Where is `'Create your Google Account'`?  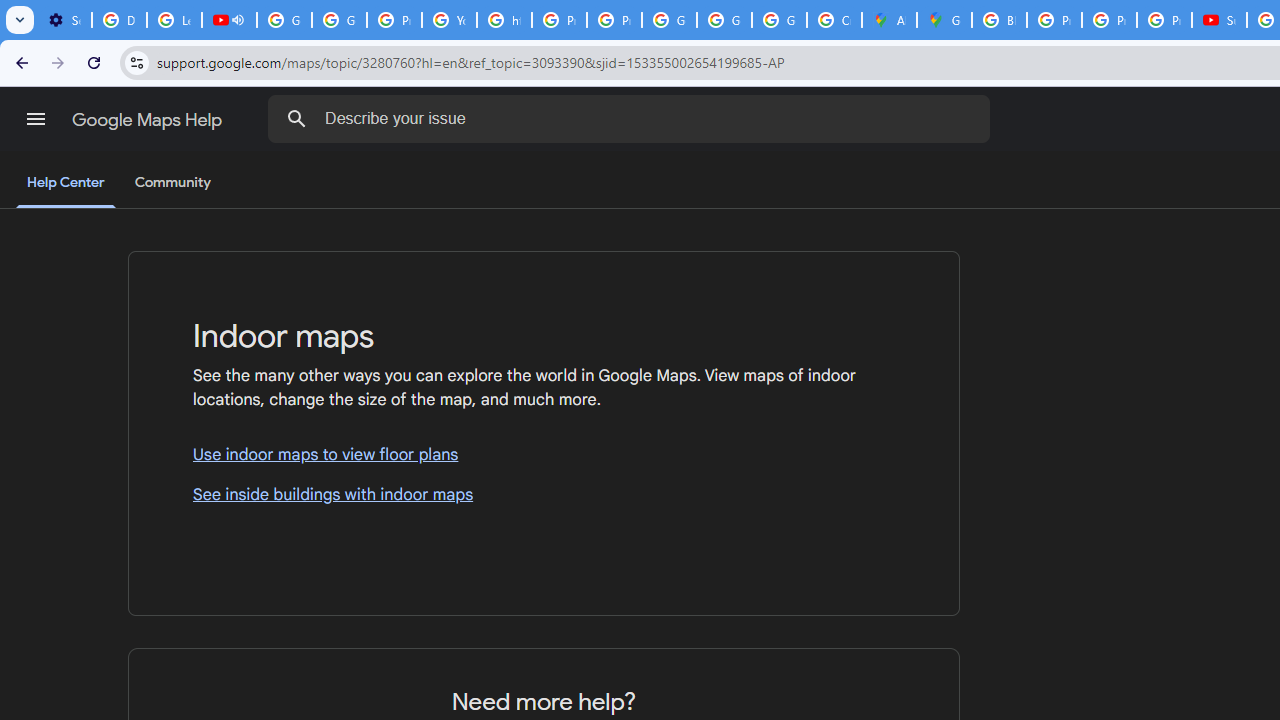 'Create your Google Account' is located at coordinates (833, 20).